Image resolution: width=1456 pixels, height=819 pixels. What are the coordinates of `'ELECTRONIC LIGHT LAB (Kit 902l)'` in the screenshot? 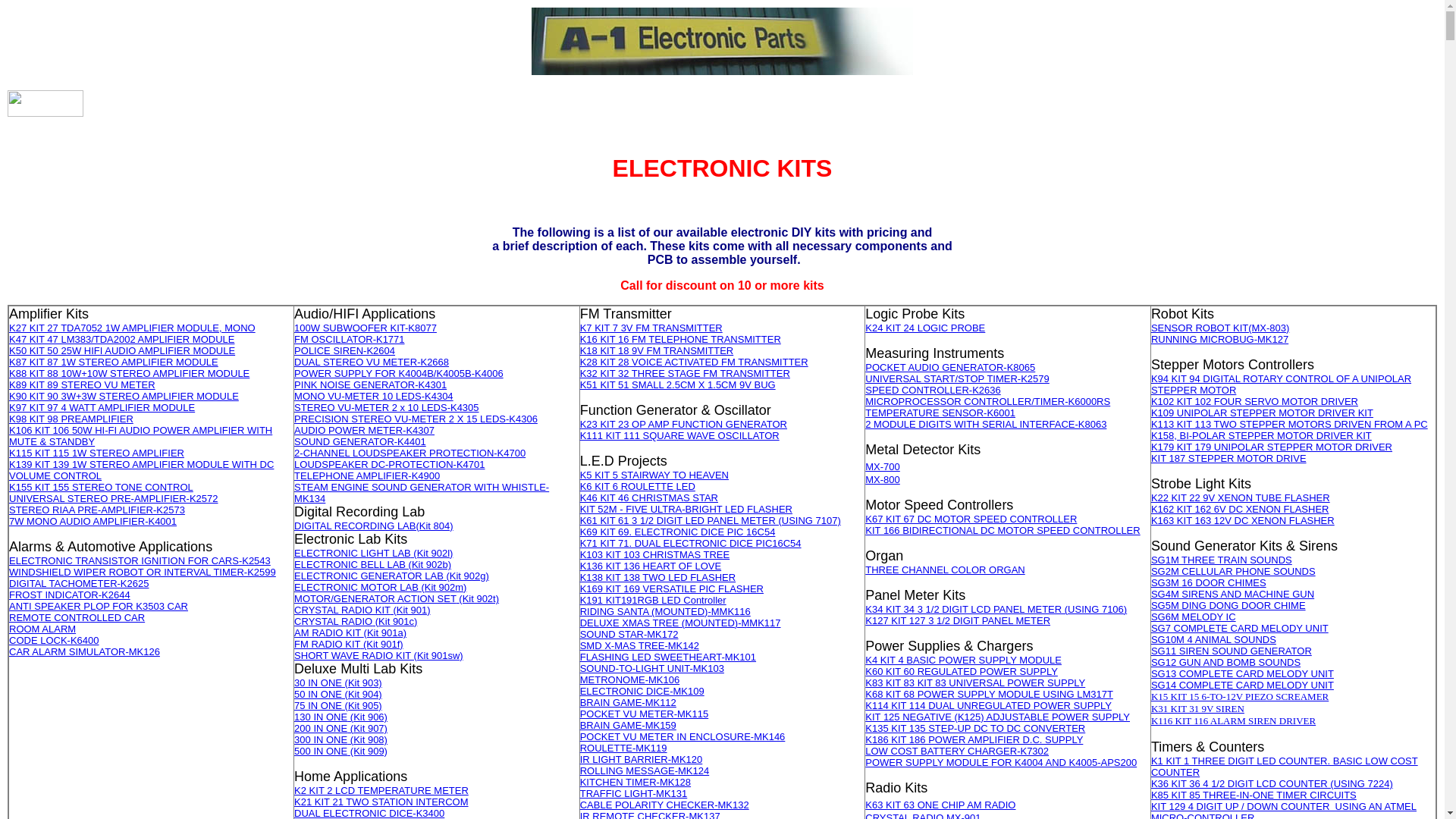 It's located at (373, 553).